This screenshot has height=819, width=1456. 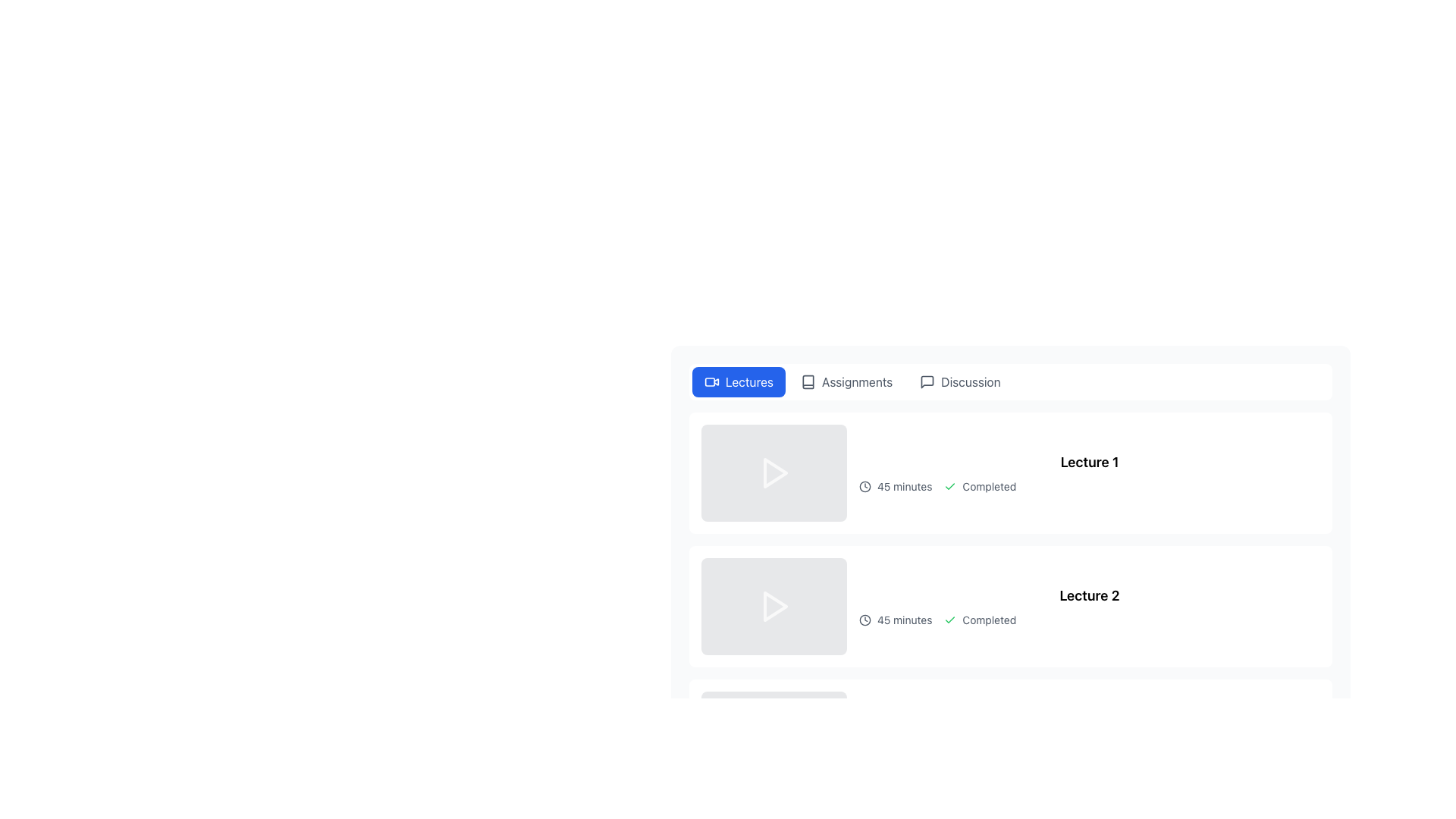 What do you see at coordinates (807, 381) in the screenshot?
I see `the outlined book icon located in the navigation section towards the top left of the interface, adjacent to a navigation label` at bounding box center [807, 381].